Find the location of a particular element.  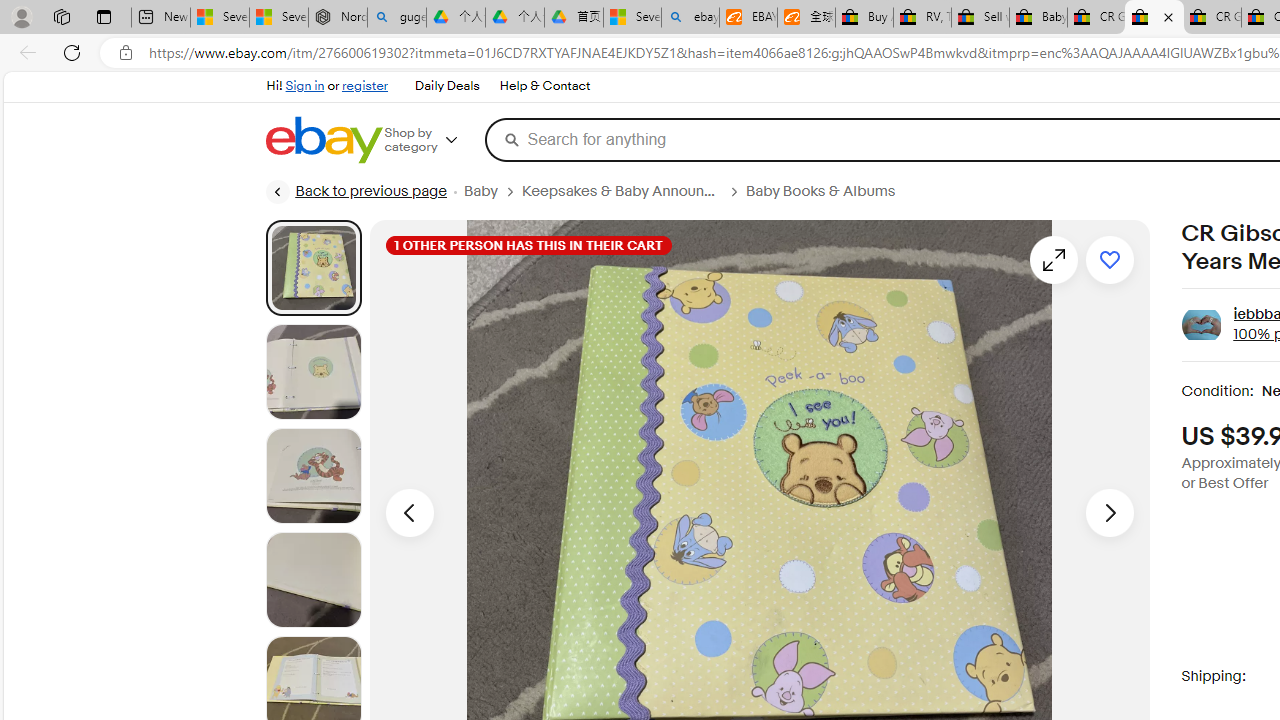

'Next image - Item images thumbnails' is located at coordinates (1108, 511).